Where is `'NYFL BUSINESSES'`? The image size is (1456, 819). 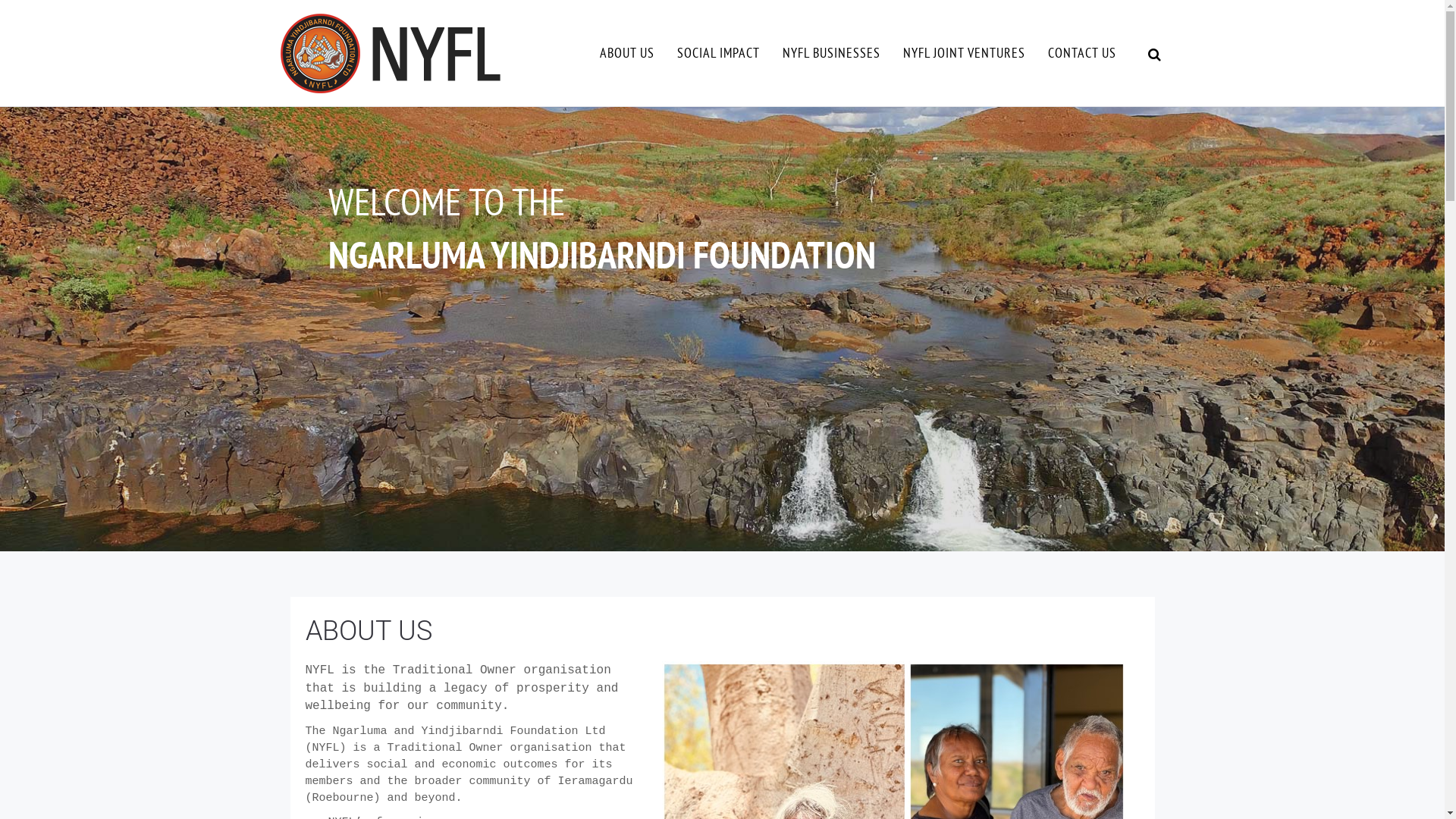
'NYFL BUSINESSES' is located at coordinates (830, 52).